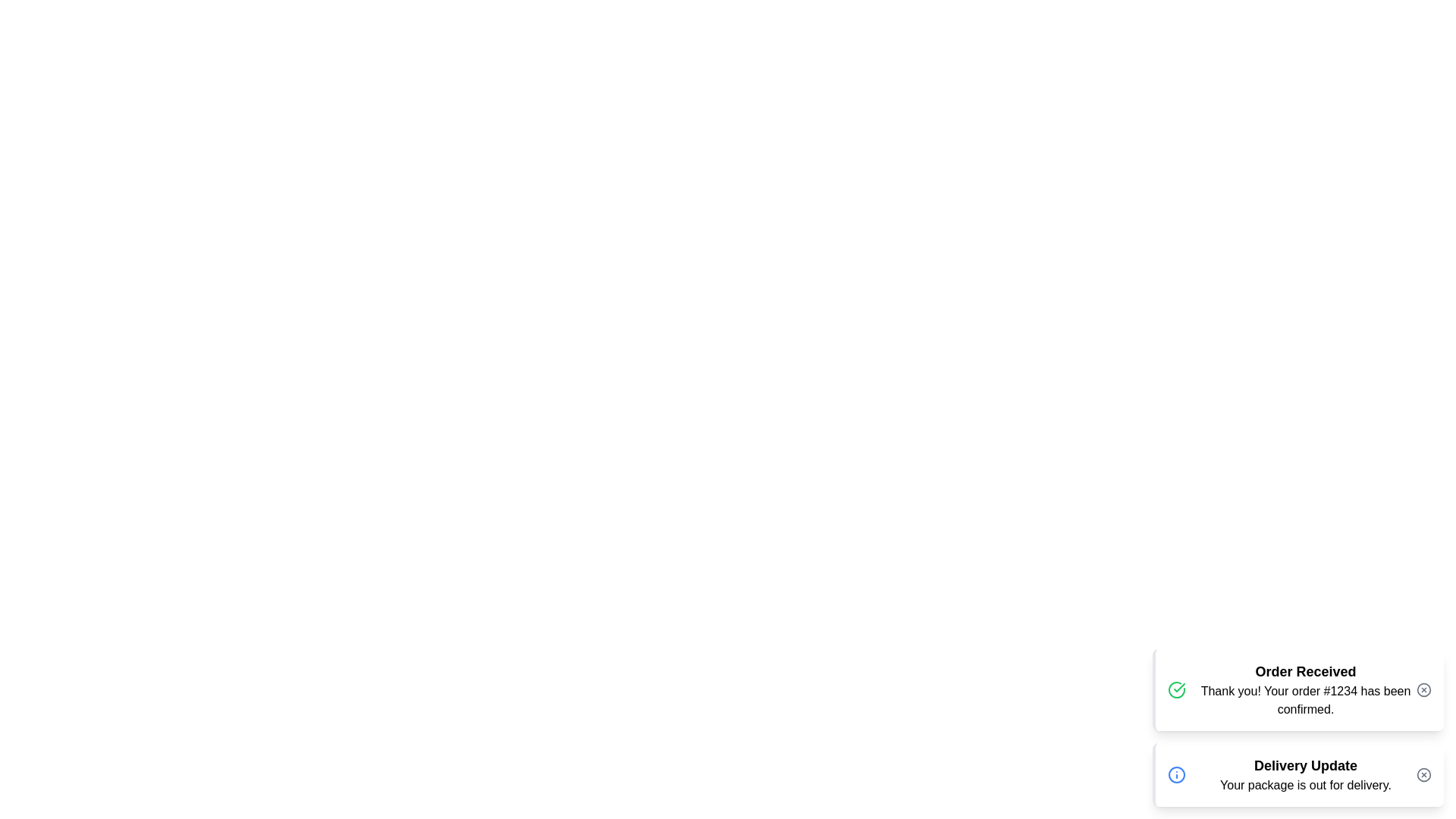 The width and height of the screenshot is (1456, 819). I want to click on close button of the notification with title Order Received, so click(1423, 690).